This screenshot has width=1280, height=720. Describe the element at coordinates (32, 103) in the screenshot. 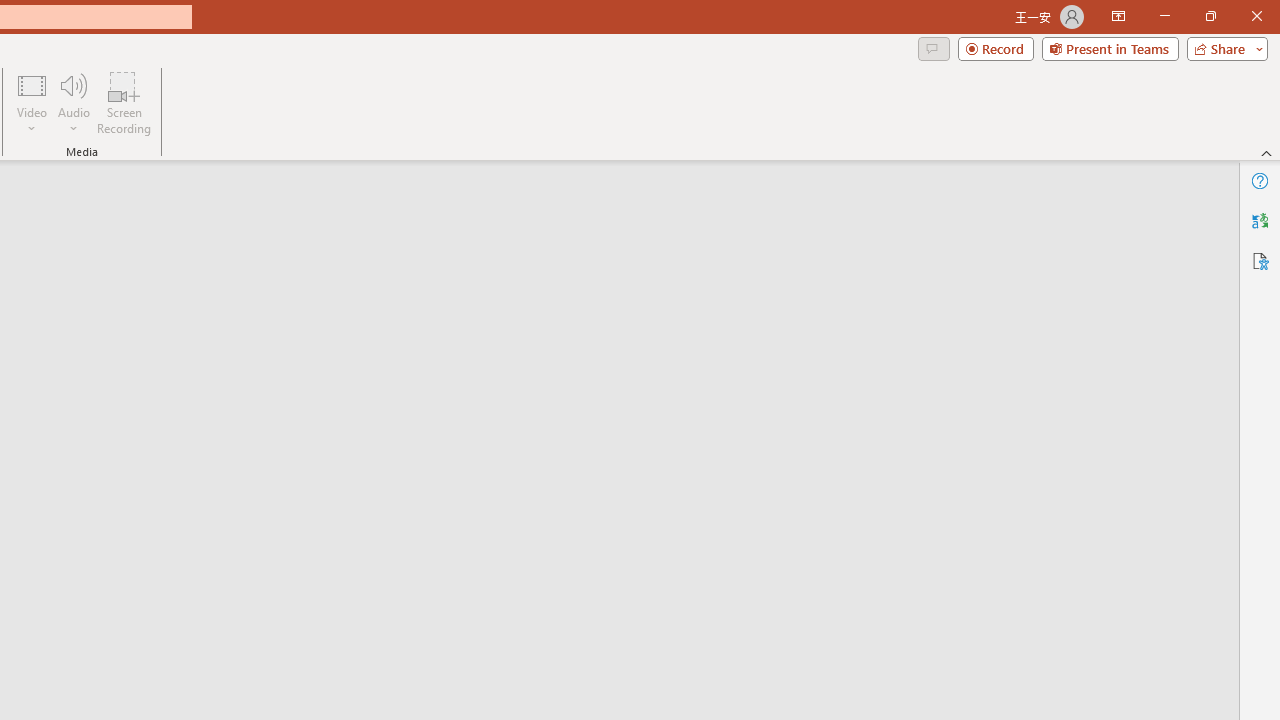

I see `'Video'` at that location.